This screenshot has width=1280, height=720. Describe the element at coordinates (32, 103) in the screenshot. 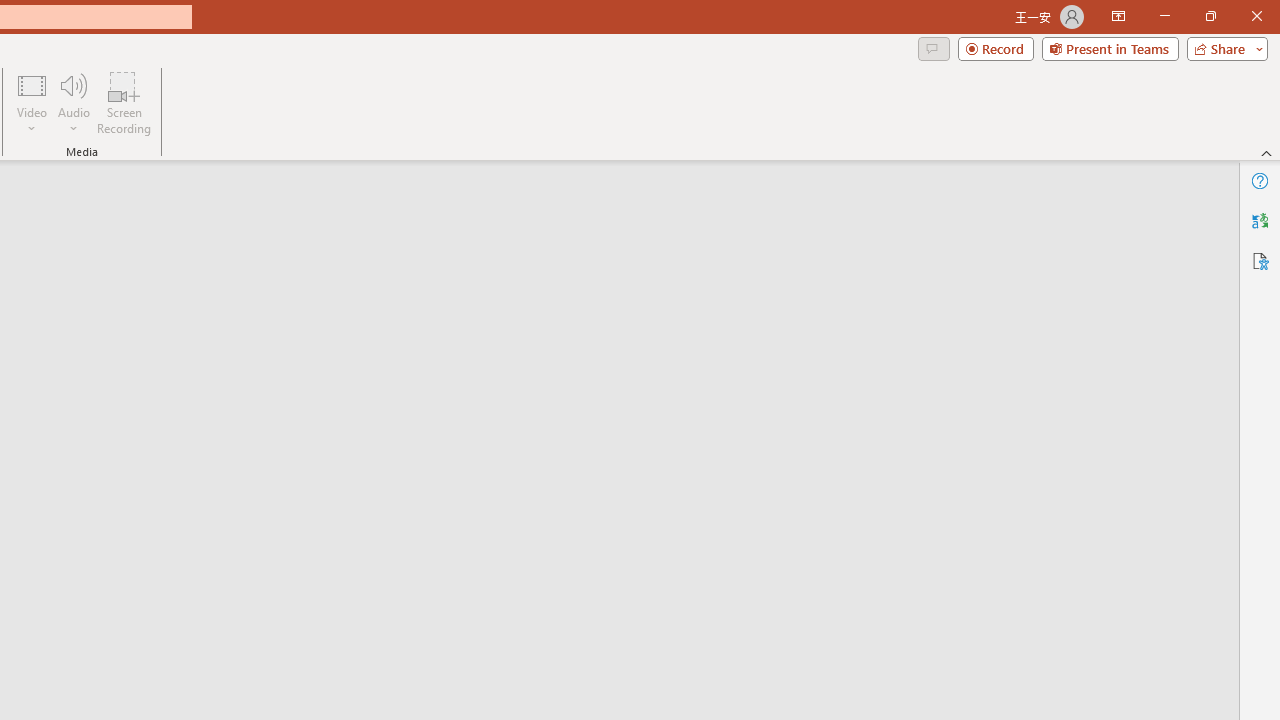

I see `'Video'` at that location.